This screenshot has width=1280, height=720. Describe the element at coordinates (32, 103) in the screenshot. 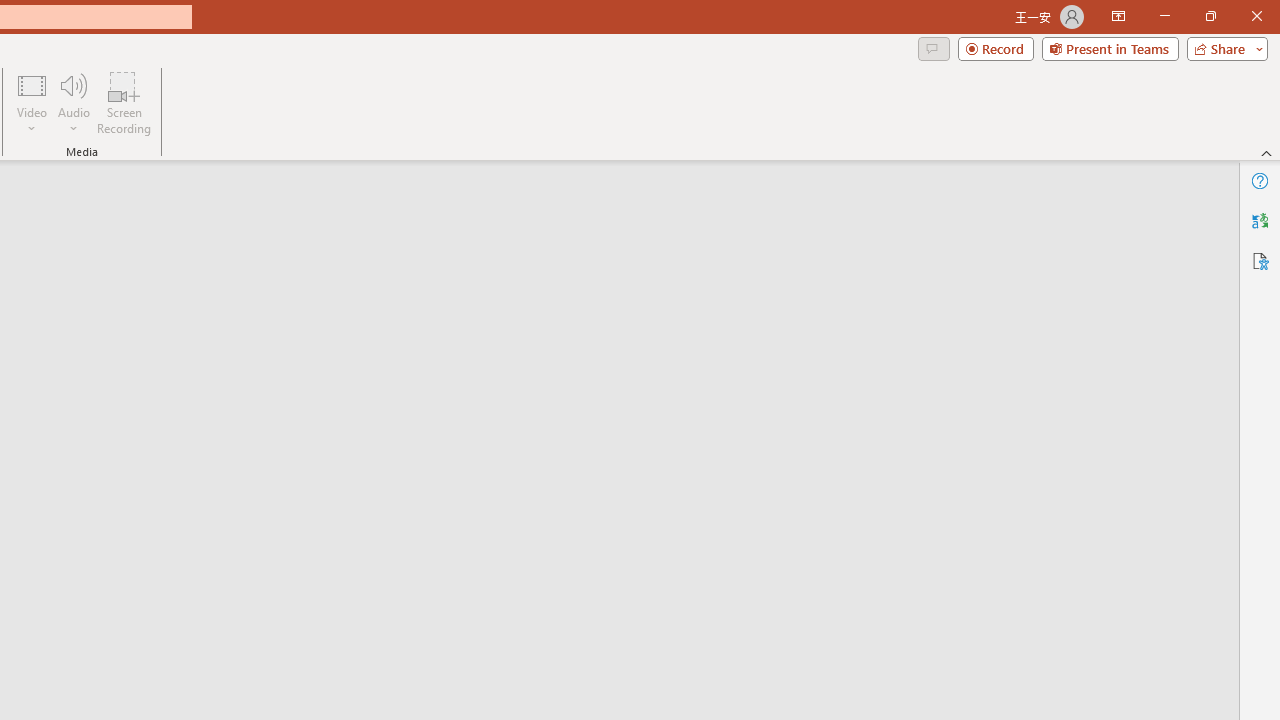

I see `'Video'` at that location.